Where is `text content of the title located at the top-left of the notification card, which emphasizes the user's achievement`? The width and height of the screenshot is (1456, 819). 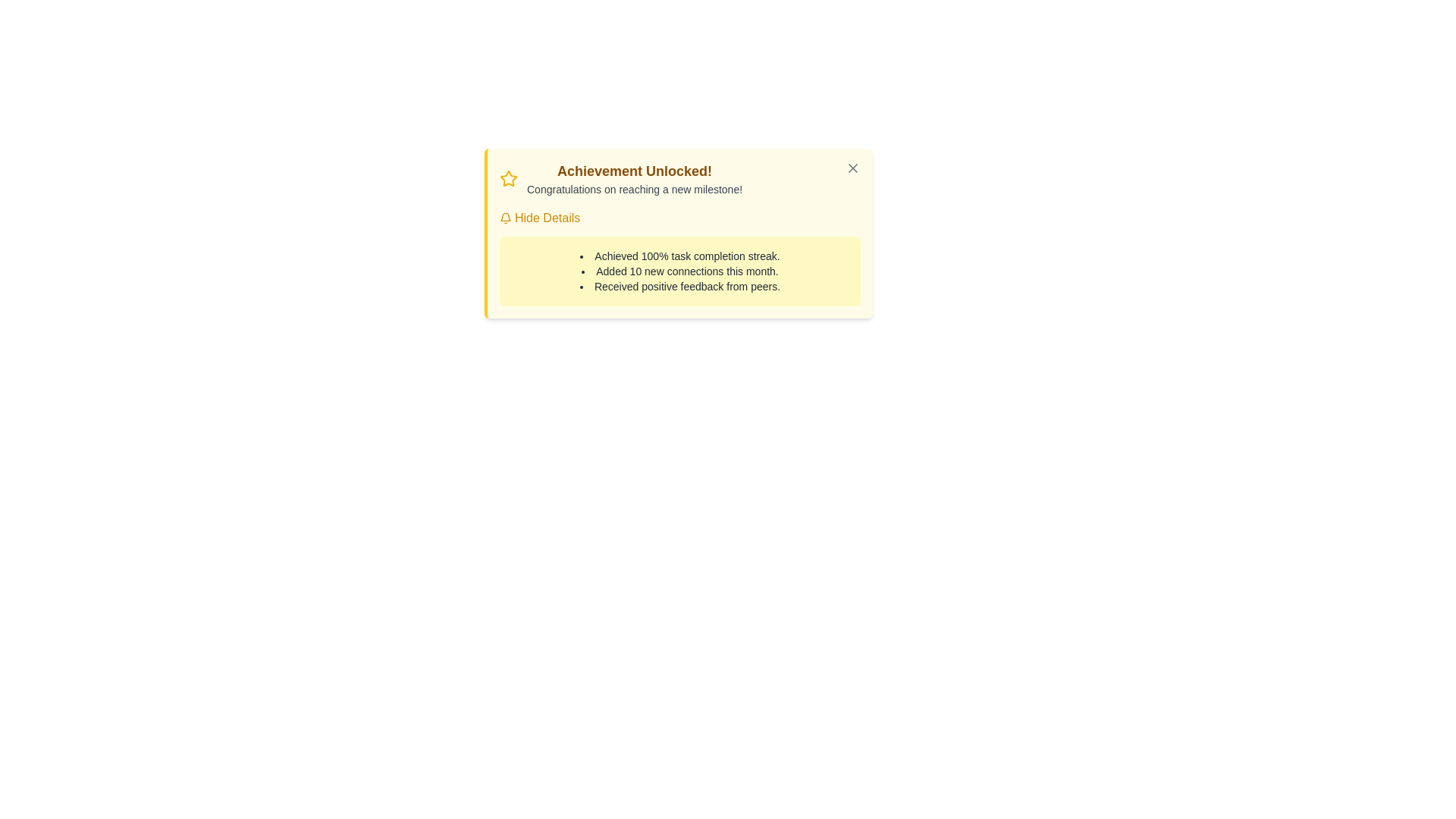
text content of the title located at the top-left of the notification card, which emphasizes the user's achievement is located at coordinates (635, 171).